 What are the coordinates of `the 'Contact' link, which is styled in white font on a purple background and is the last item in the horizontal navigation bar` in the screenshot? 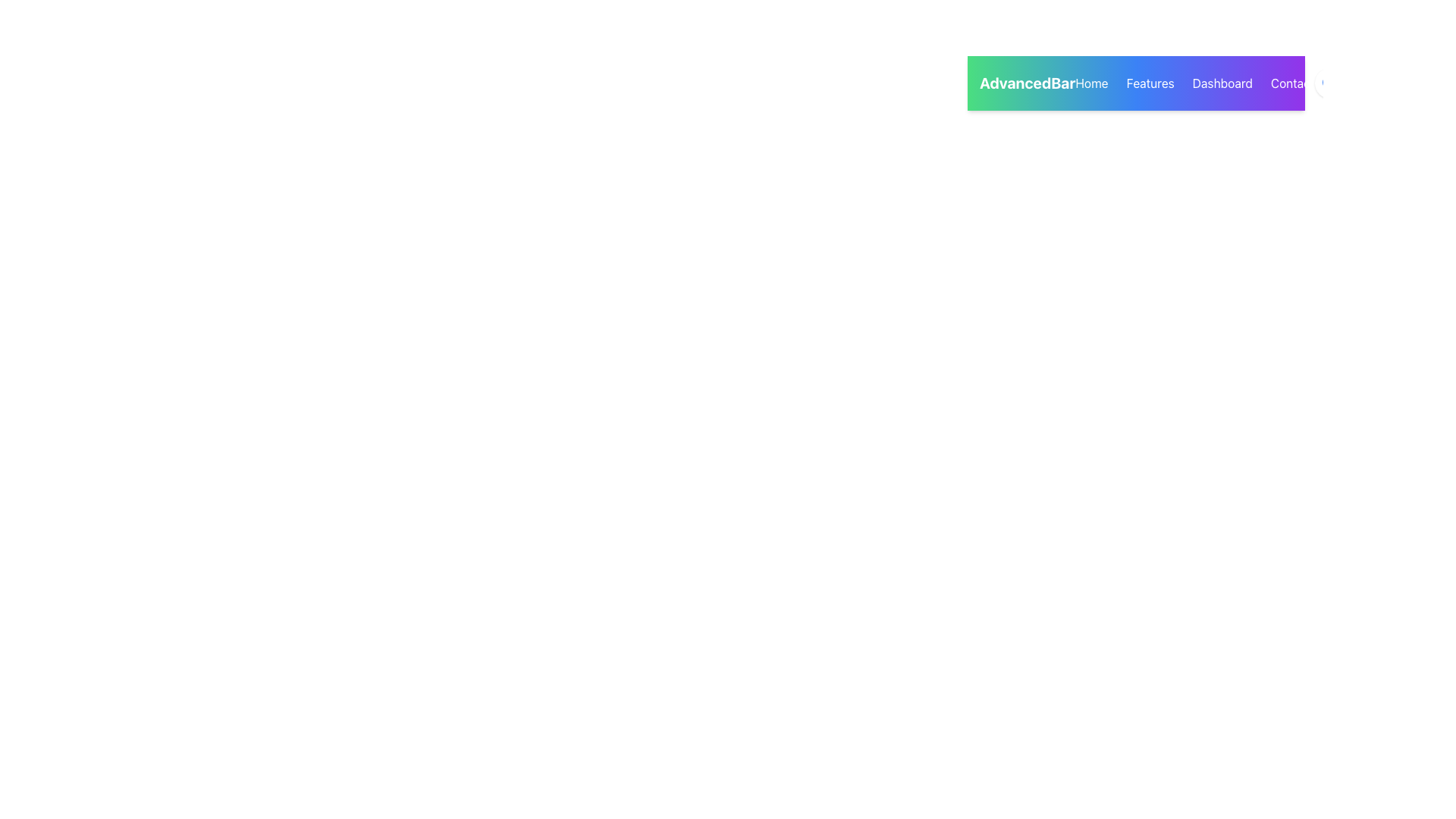 It's located at (1291, 83).